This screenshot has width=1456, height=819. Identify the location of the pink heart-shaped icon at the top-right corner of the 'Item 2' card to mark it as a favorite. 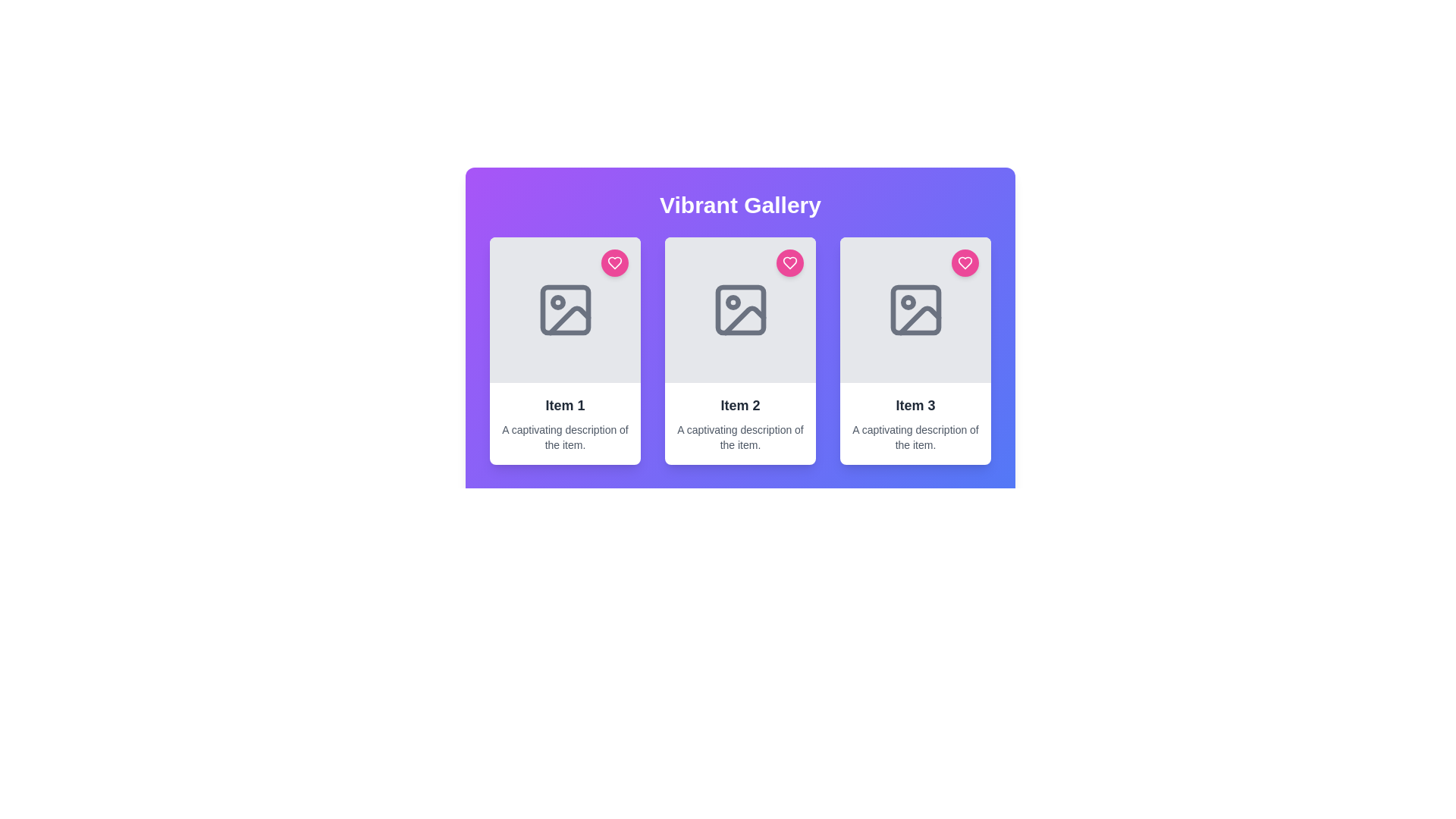
(789, 262).